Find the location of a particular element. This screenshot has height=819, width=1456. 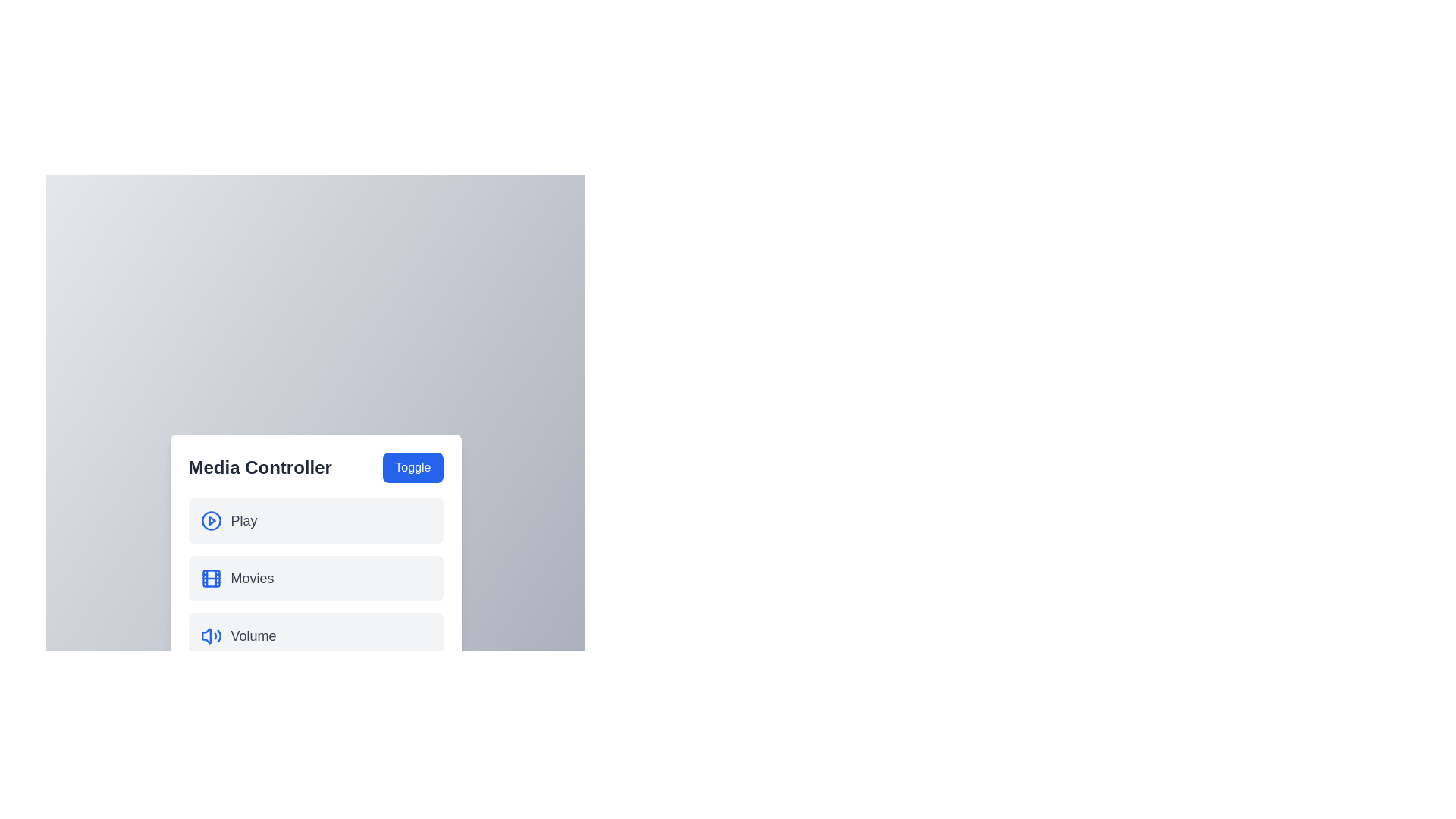

the icon corresponding to the Movies menu item is located at coordinates (210, 579).